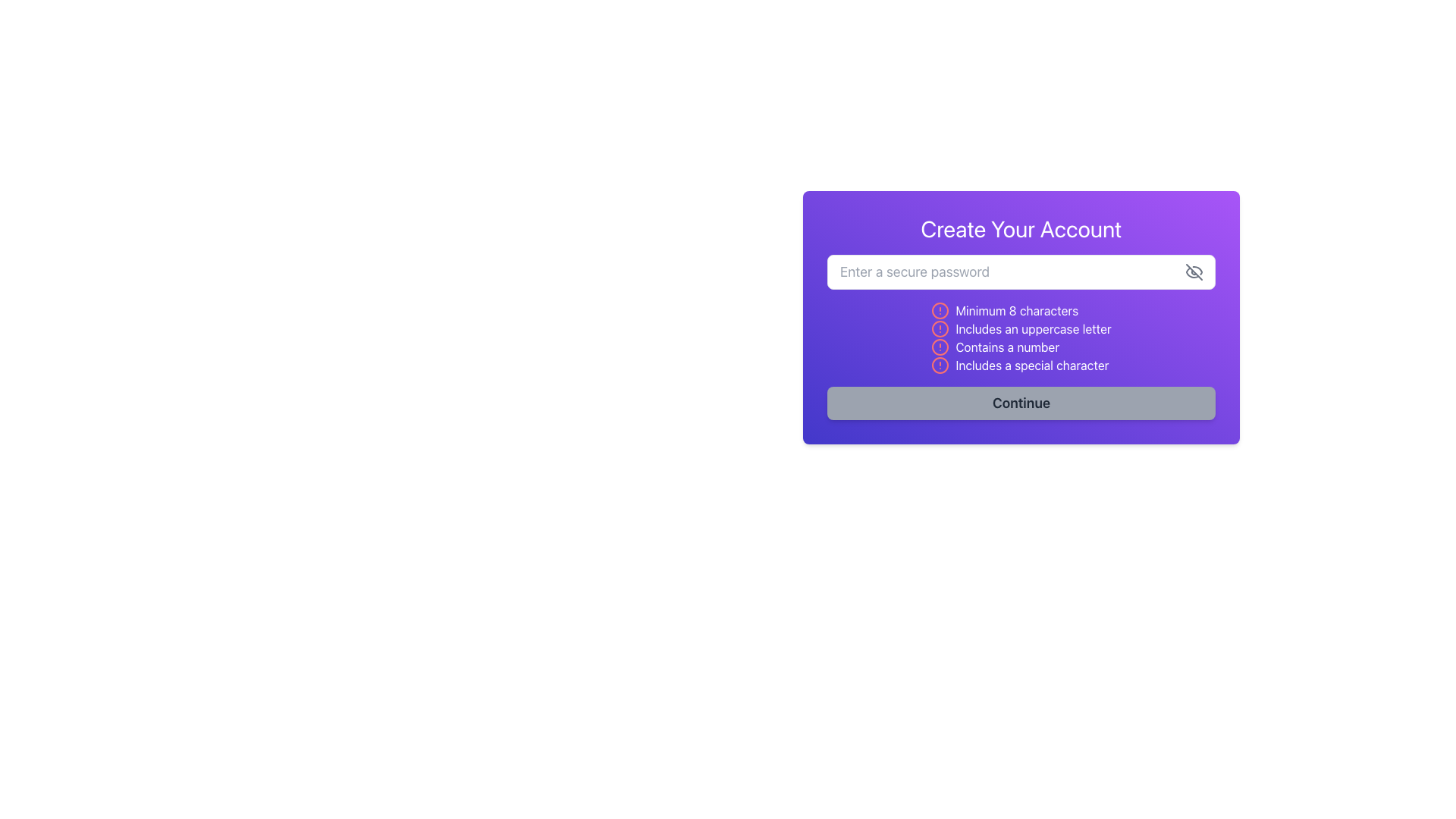 Image resolution: width=1456 pixels, height=819 pixels. What do you see at coordinates (940, 366) in the screenshot?
I see `the circular SVG Icon element located in the fourth visual indicator of the password rules vertical list in a purple-themed form UI` at bounding box center [940, 366].